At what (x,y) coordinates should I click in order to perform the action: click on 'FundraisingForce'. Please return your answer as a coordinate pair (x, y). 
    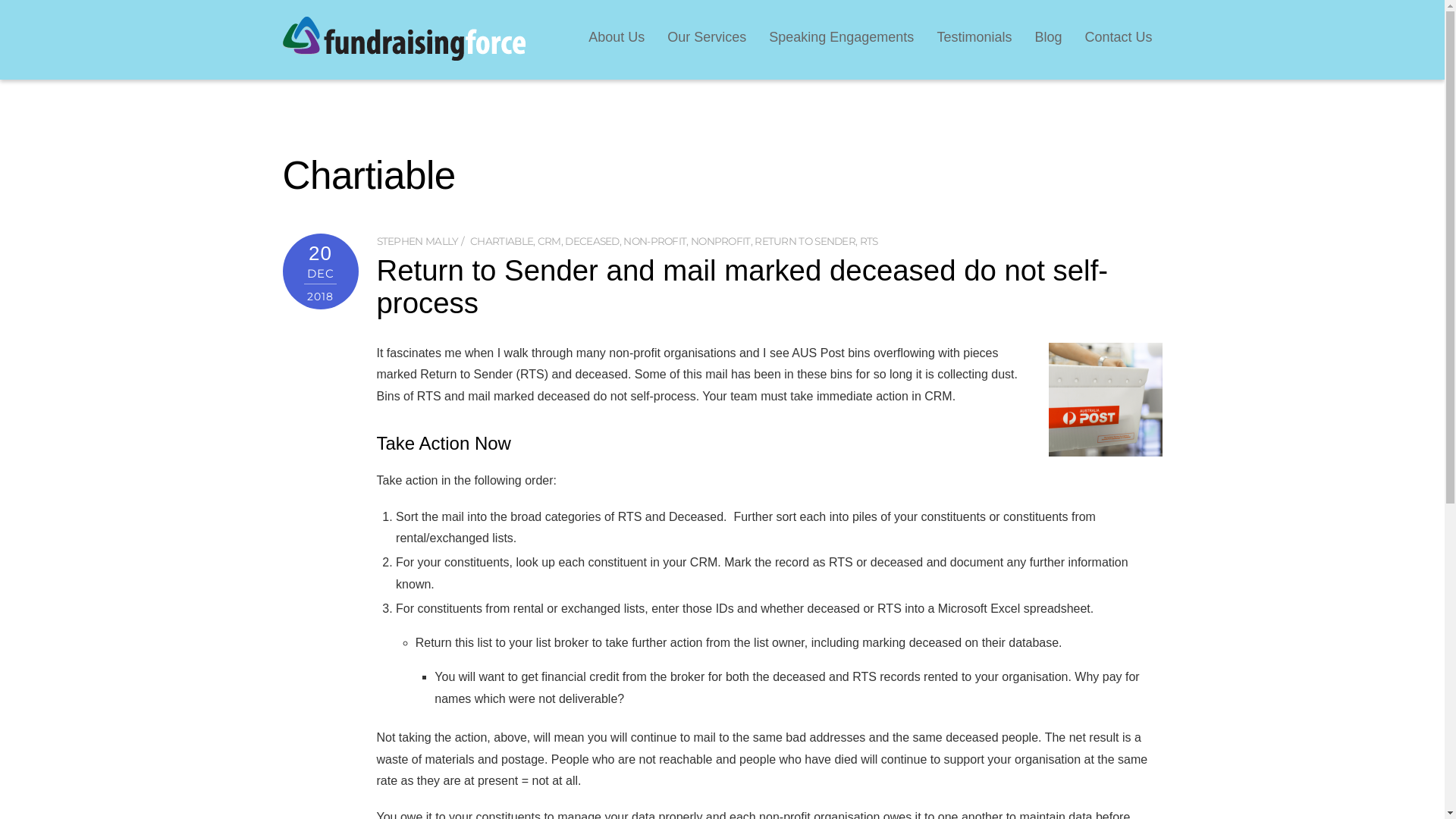
    Looking at the image, I should click on (403, 52).